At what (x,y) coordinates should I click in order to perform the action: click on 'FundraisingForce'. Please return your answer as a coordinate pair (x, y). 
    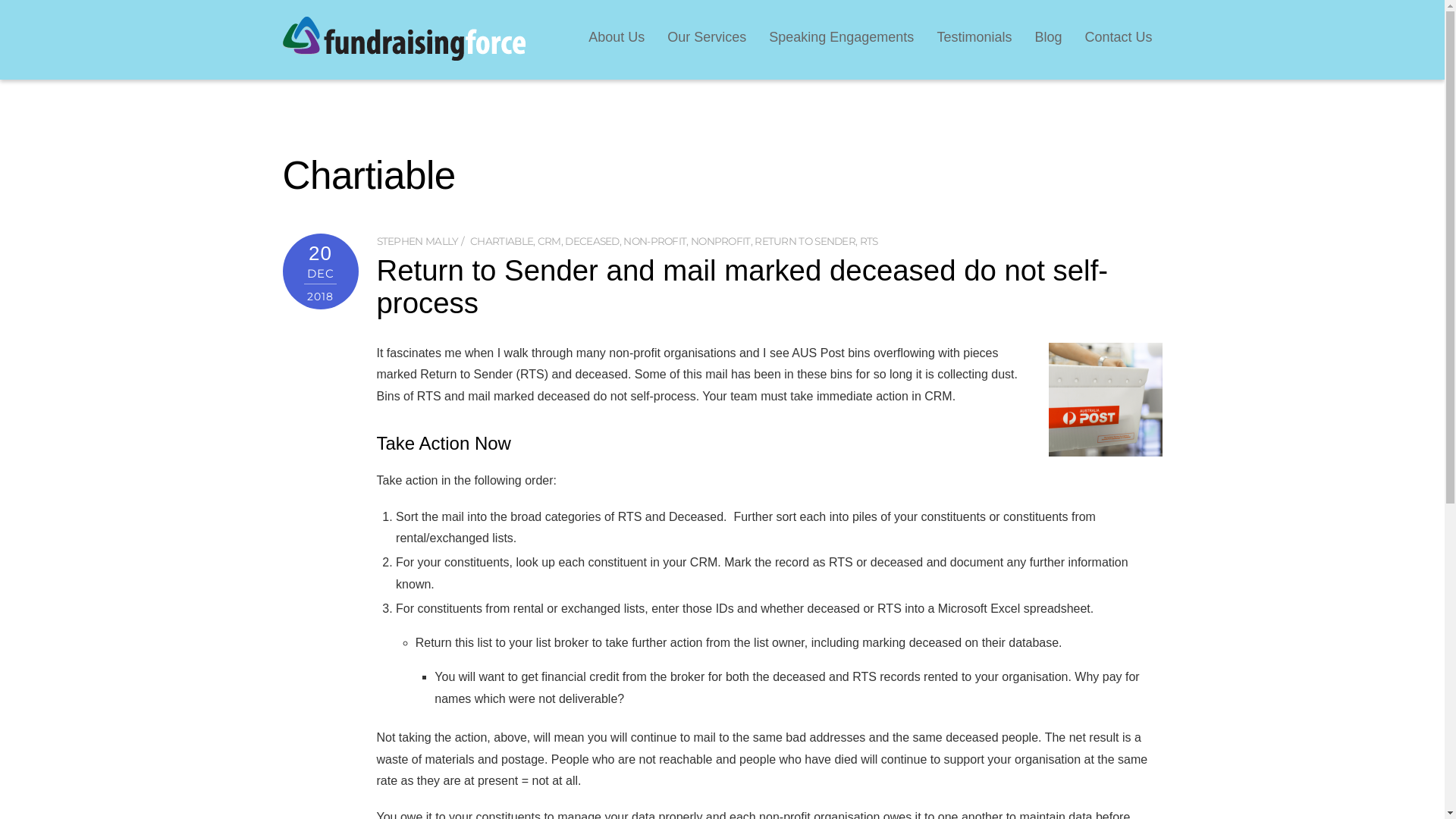
    Looking at the image, I should click on (403, 52).